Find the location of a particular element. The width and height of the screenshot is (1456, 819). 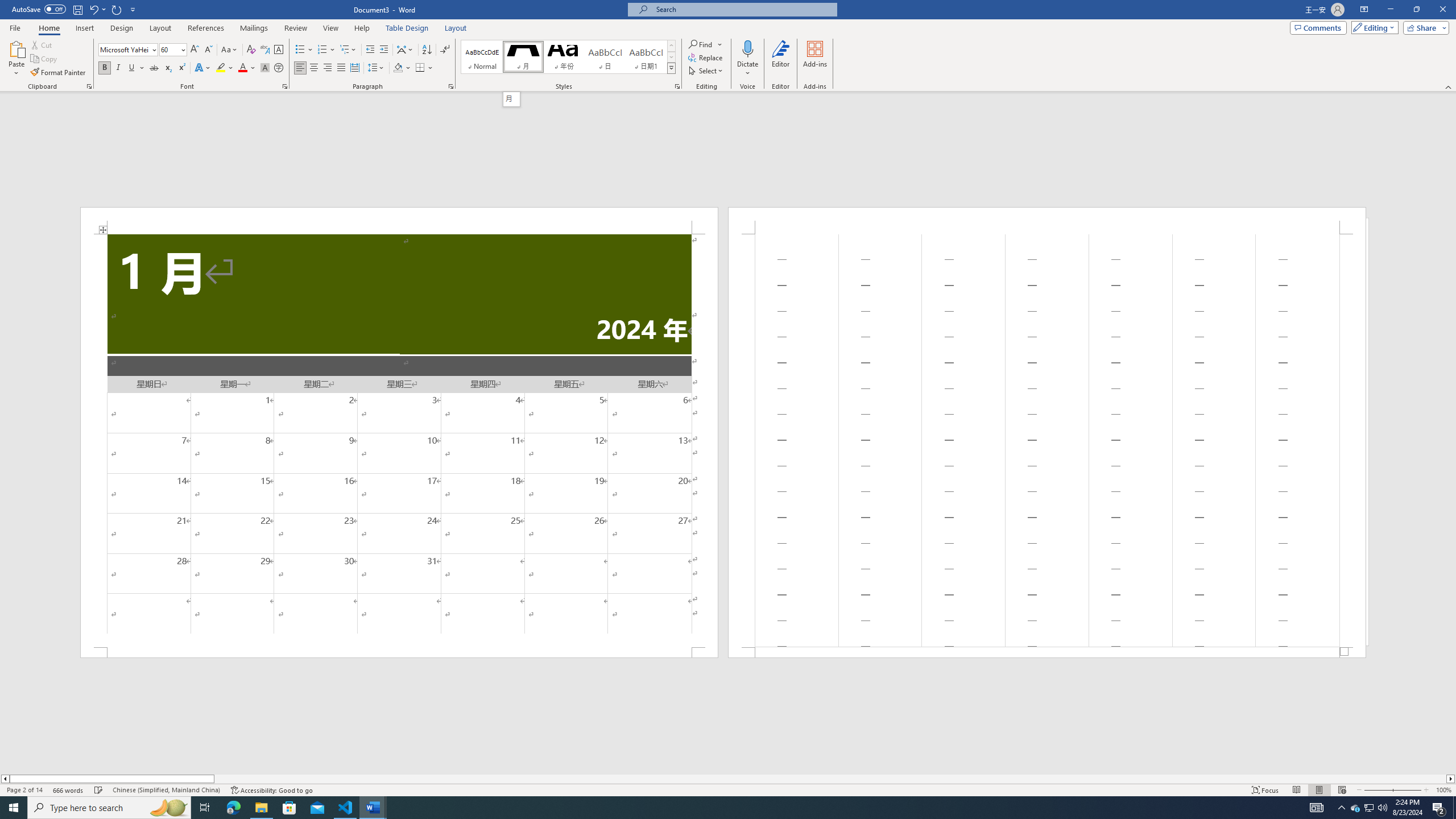

'Page 1 content' is located at coordinates (399, 440).